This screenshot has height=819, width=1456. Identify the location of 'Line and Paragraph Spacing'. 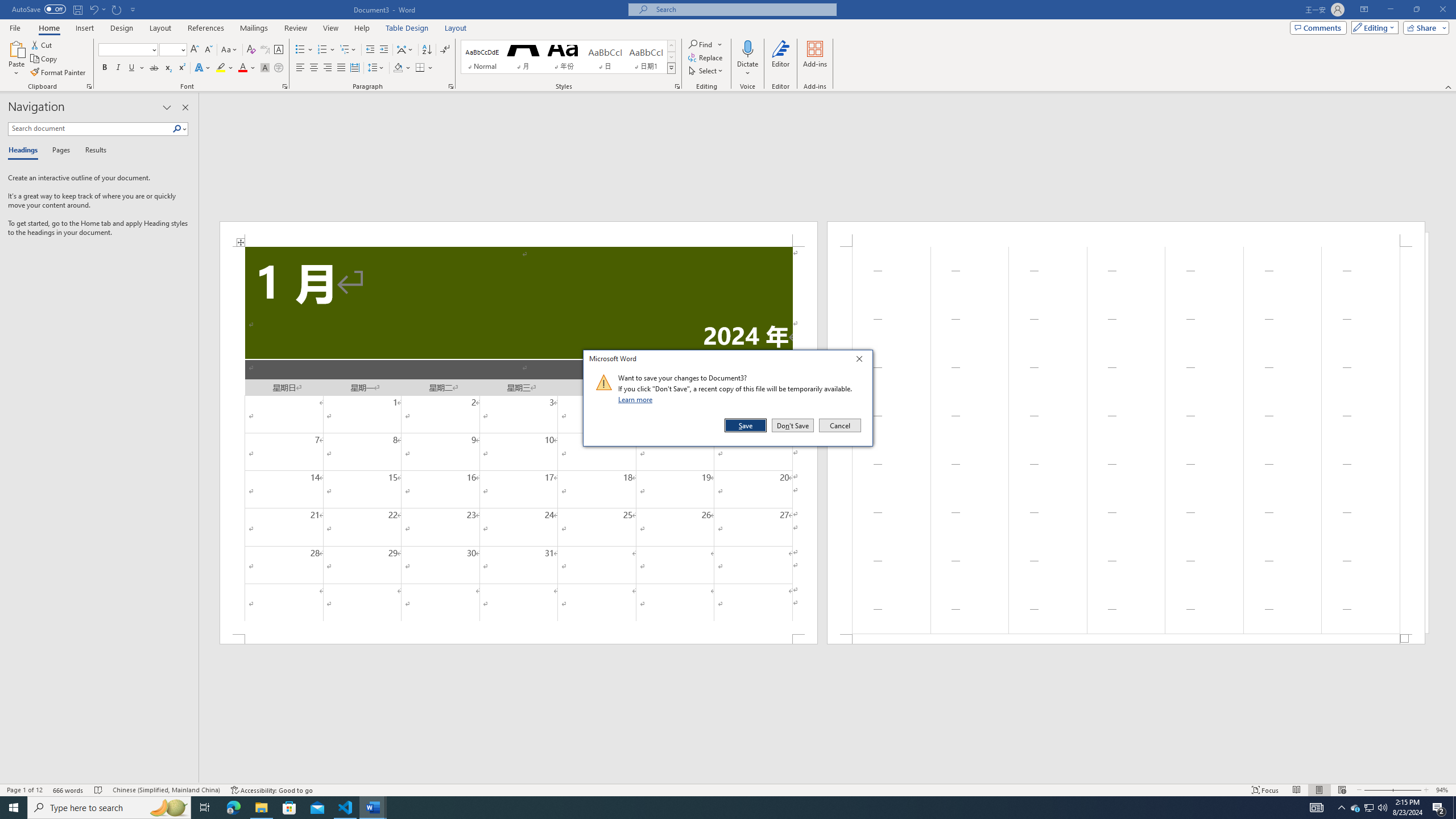
(377, 67).